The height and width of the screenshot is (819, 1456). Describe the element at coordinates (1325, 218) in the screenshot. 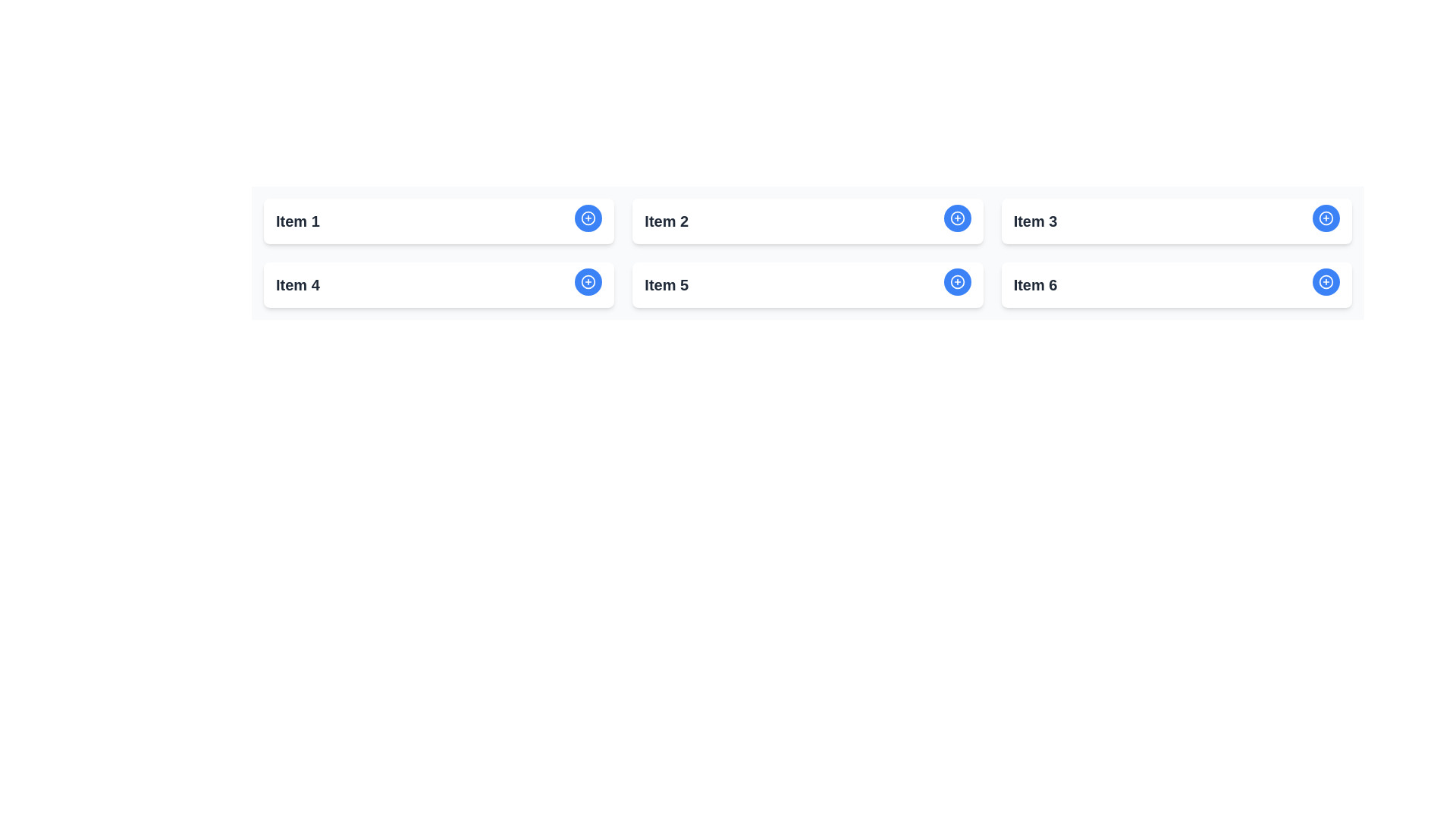

I see `the circular button with a plus icon located at the top-right corner of the card labeled 'Item 3'` at that location.